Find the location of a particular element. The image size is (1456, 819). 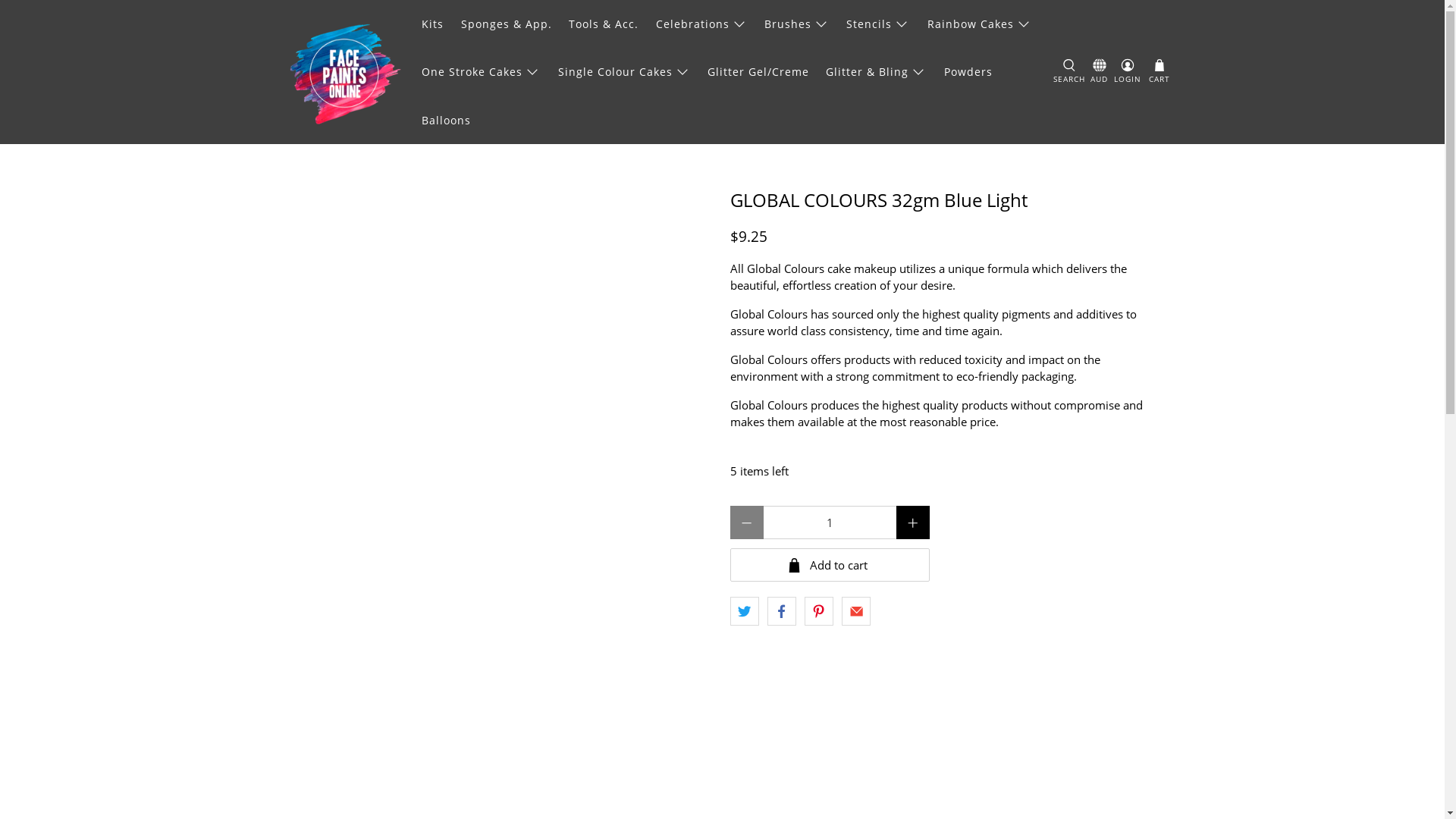

'Rainbow Cakes' is located at coordinates (917, 24).